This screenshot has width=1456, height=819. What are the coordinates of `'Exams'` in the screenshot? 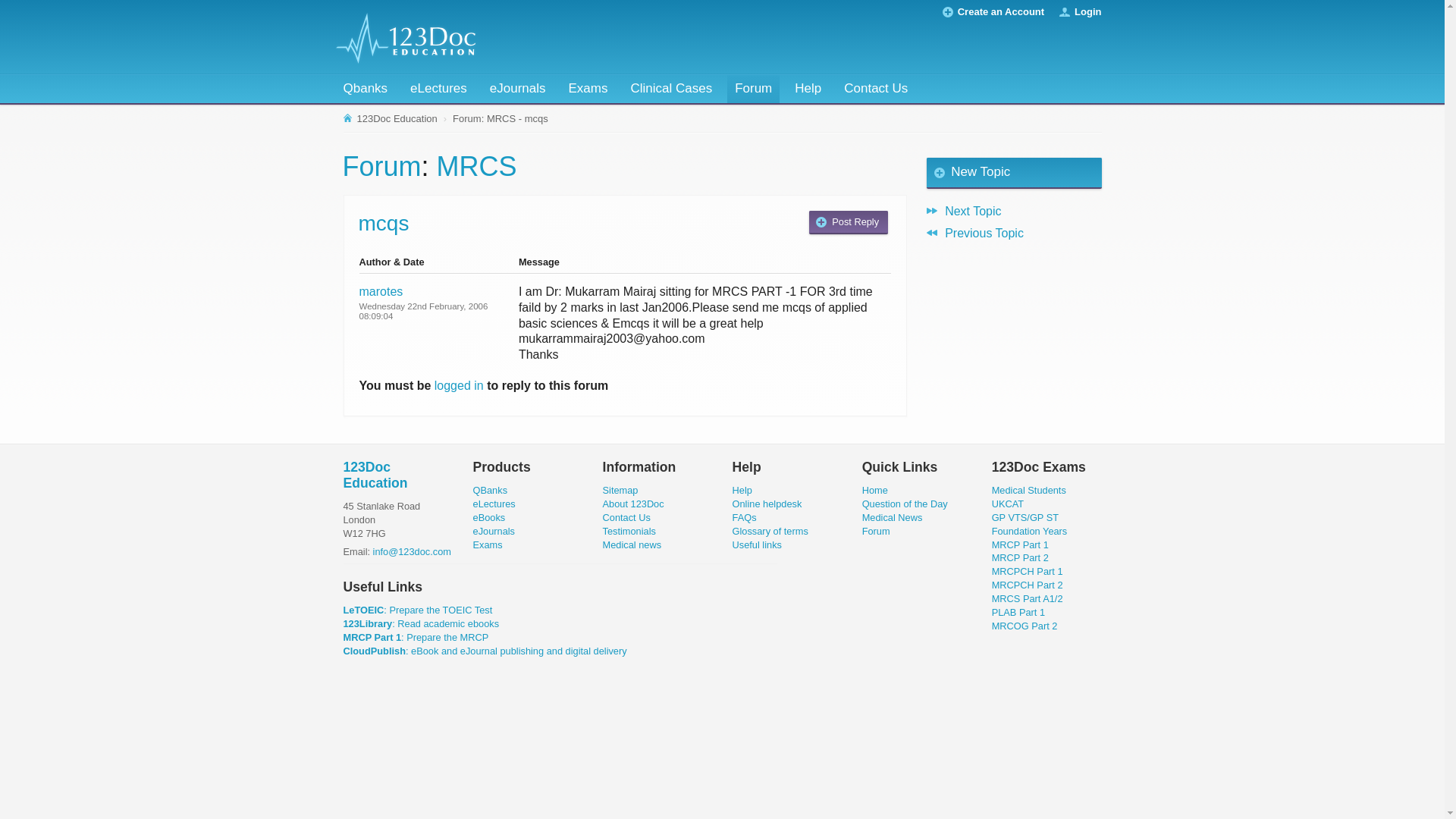 It's located at (586, 89).